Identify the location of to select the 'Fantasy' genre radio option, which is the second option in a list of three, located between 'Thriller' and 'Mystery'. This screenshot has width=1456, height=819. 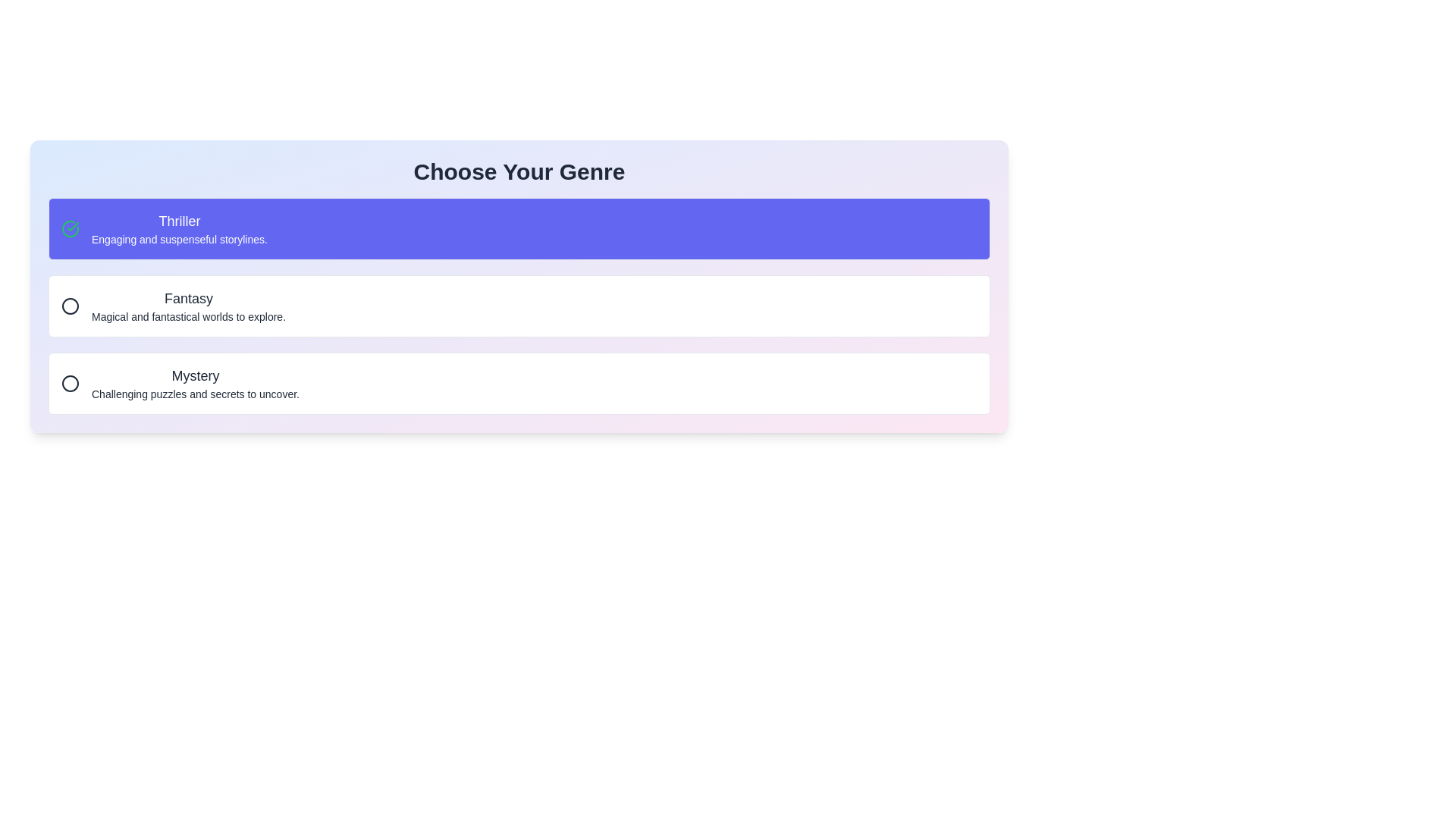
(519, 306).